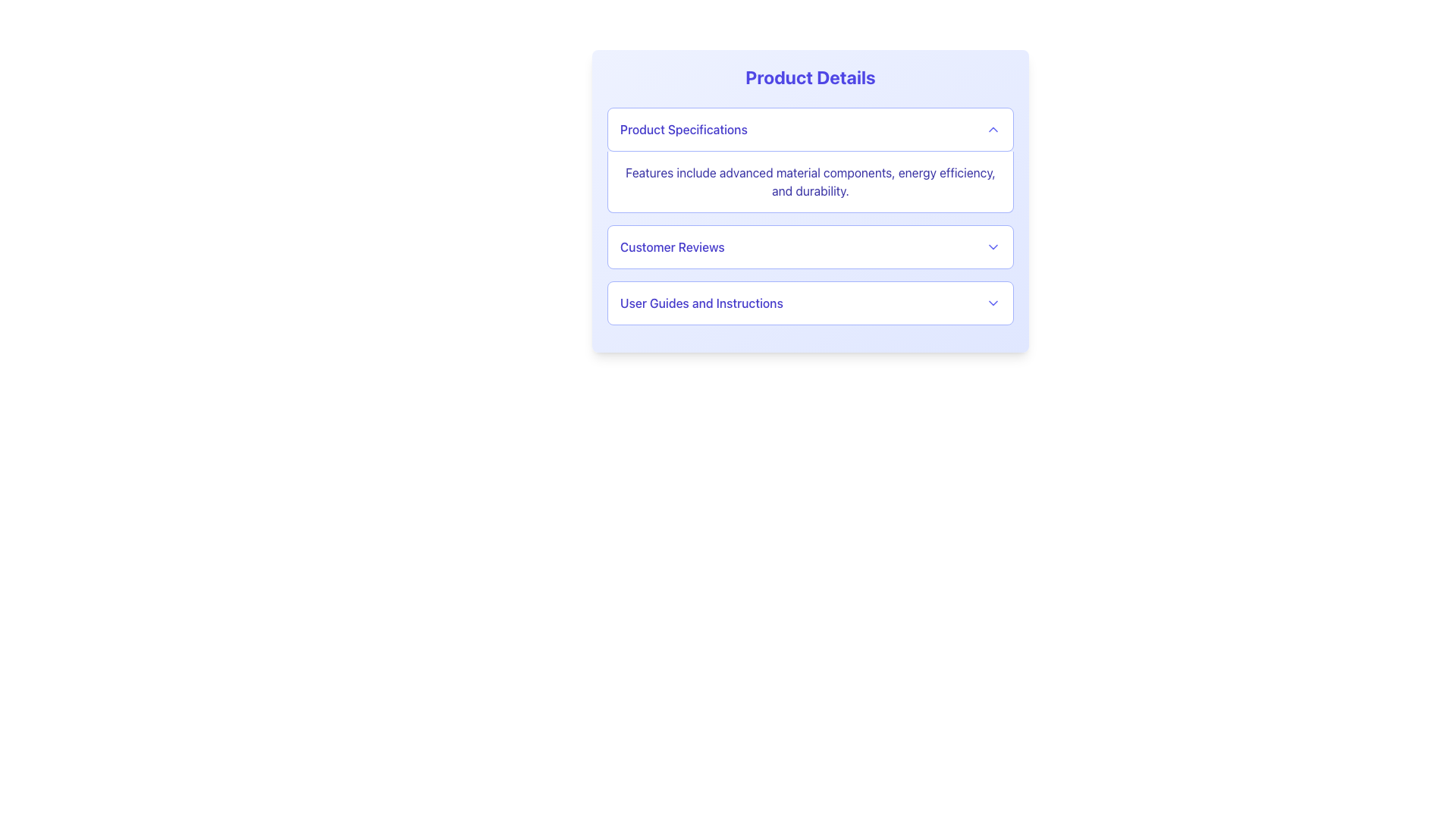 This screenshot has width=1456, height=819. I want to click on the toggle icon located on the right side of the header of the 'Product Specifications' section for keyboard interaction, so click(993, 128).